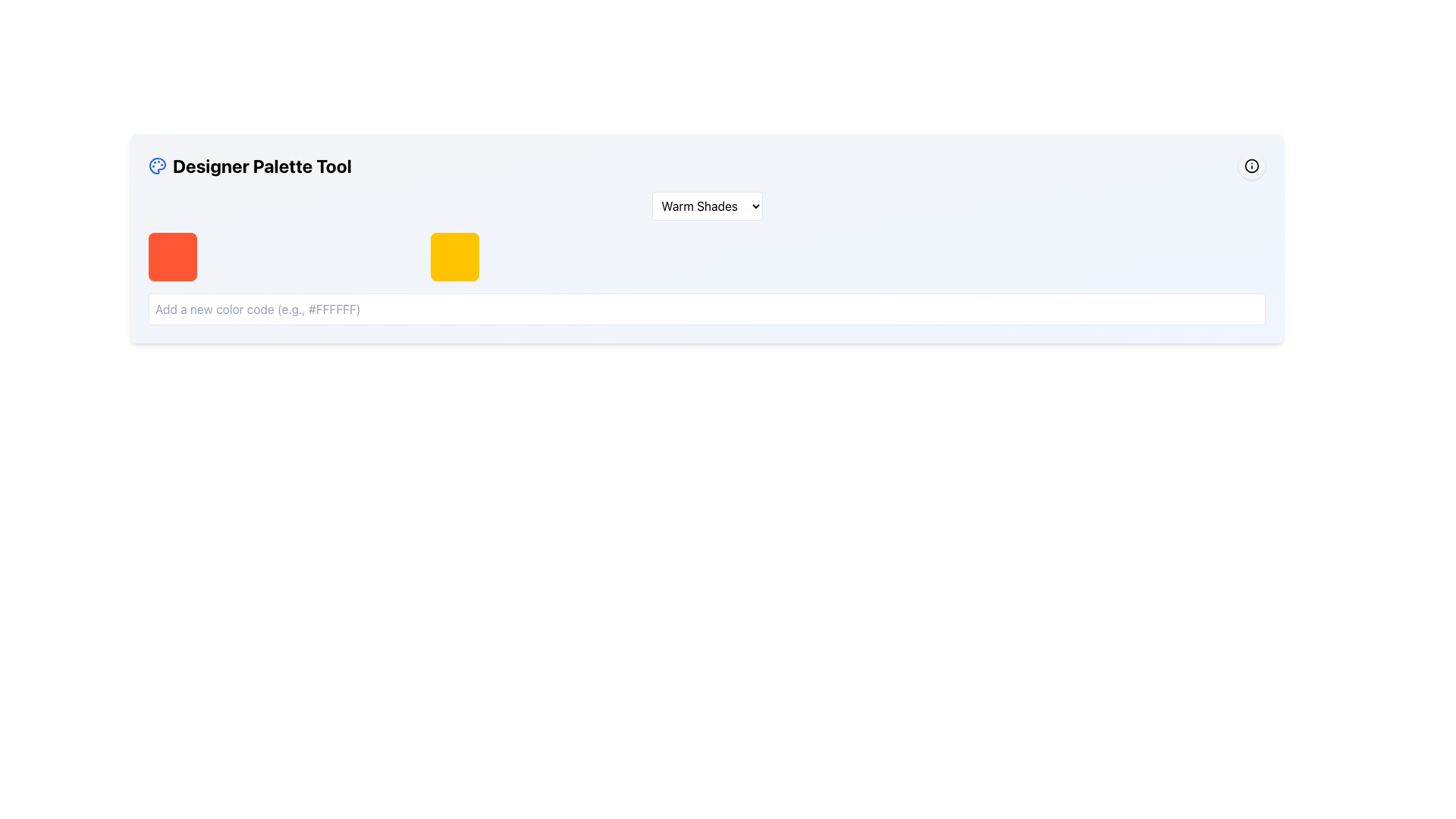  Describe the element at coordinates (249, 166) in the screenshot. I see `the text label styled with bold, large font that contains the text 'Designer Palette Tool', located in the header section adjacent to a blue palette icon` at that location.